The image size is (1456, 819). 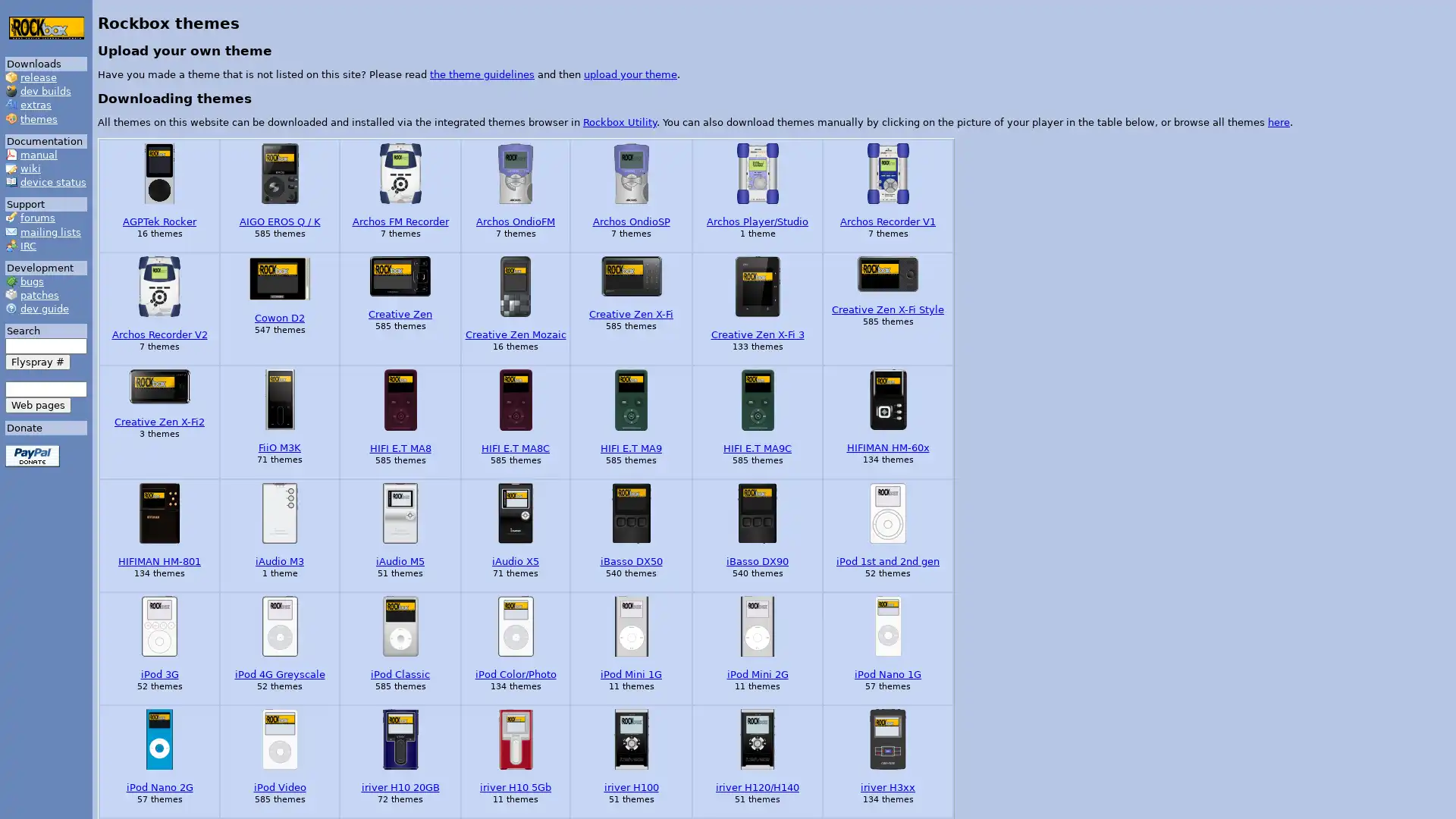 I want to click on Flyspray #, so click(x=37, y=362).